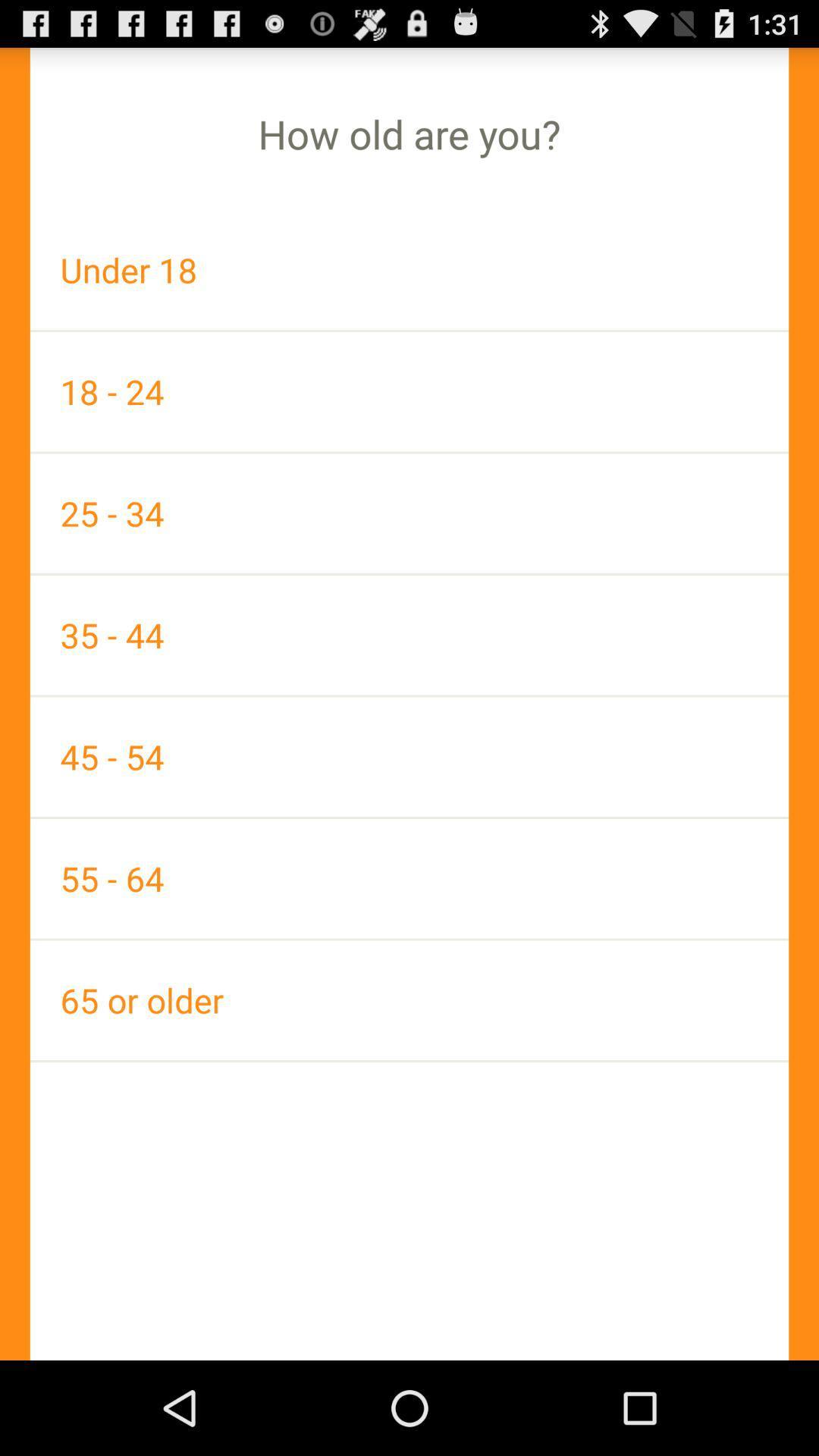  What do you see at coordinates (409, 878) in the screenshot?
I see `55 - 64` at bounding box center [409, 878].